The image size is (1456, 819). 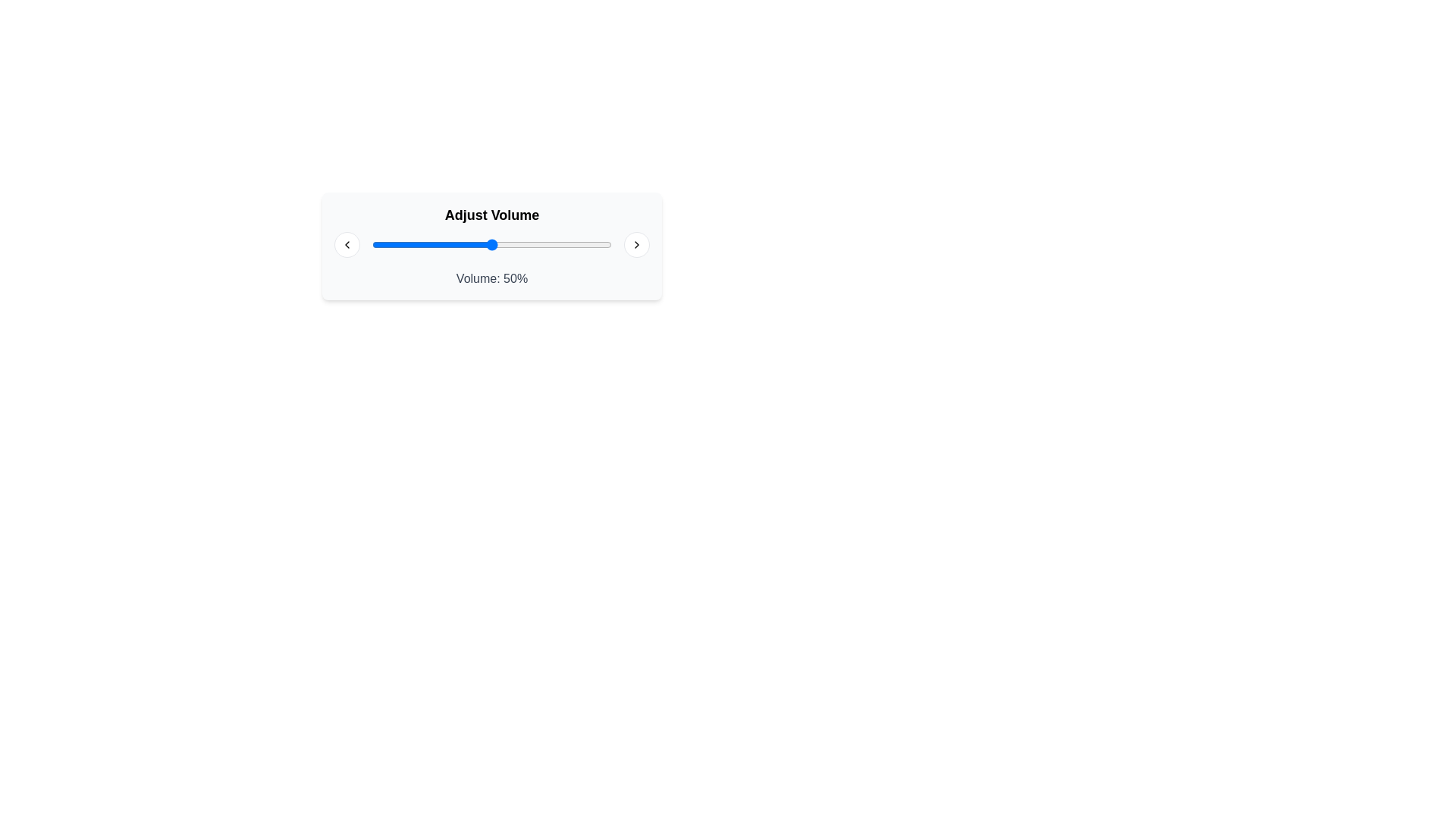 I want to click on the slider, so click(x=448, y=244).